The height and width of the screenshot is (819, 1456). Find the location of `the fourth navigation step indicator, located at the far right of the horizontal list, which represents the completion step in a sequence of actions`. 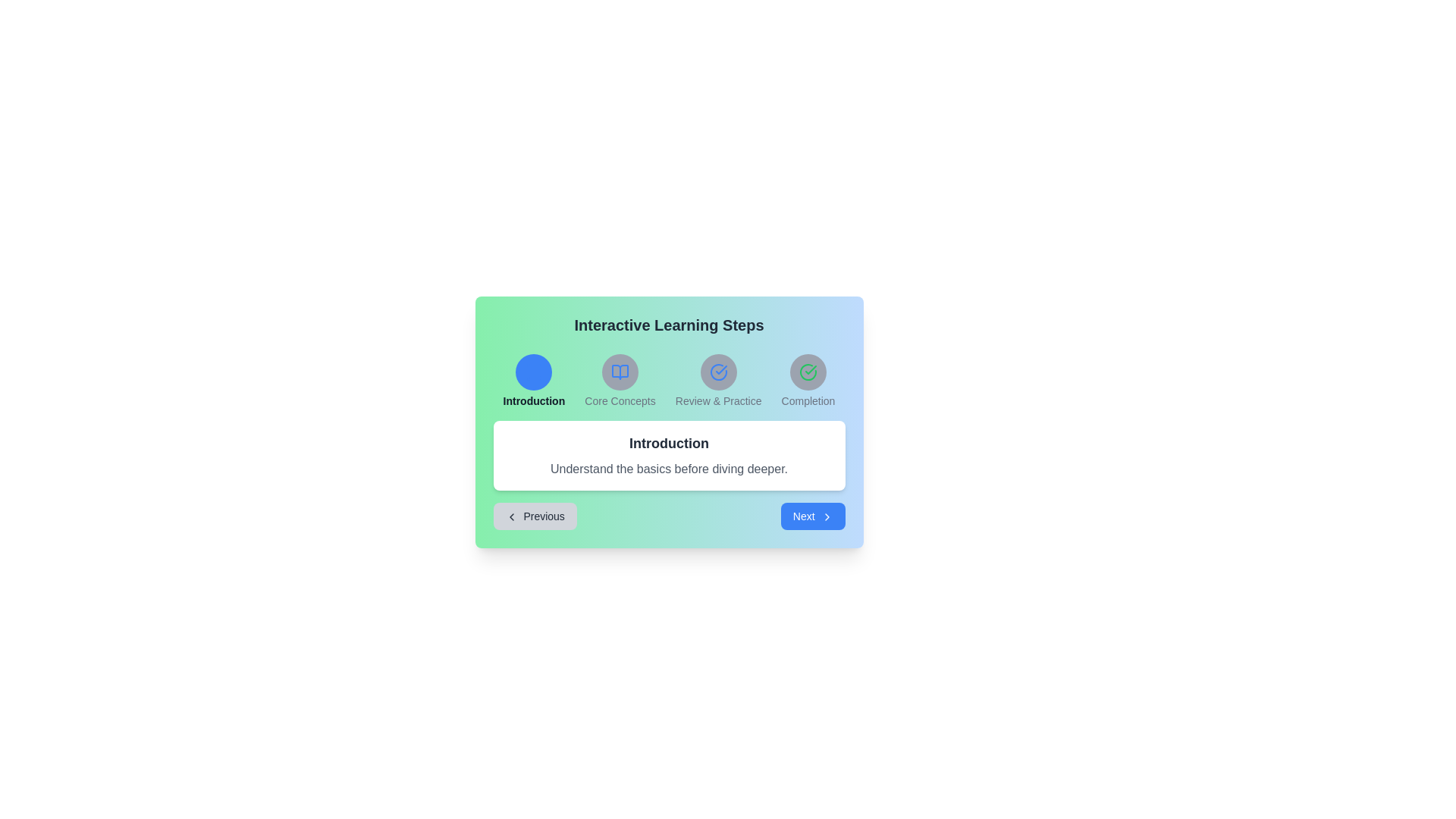

the fourth navigation step indicator, located at the far right of the horizontal list, which represents the completion step in a sequence of actions is located at coordinates (807, 380).